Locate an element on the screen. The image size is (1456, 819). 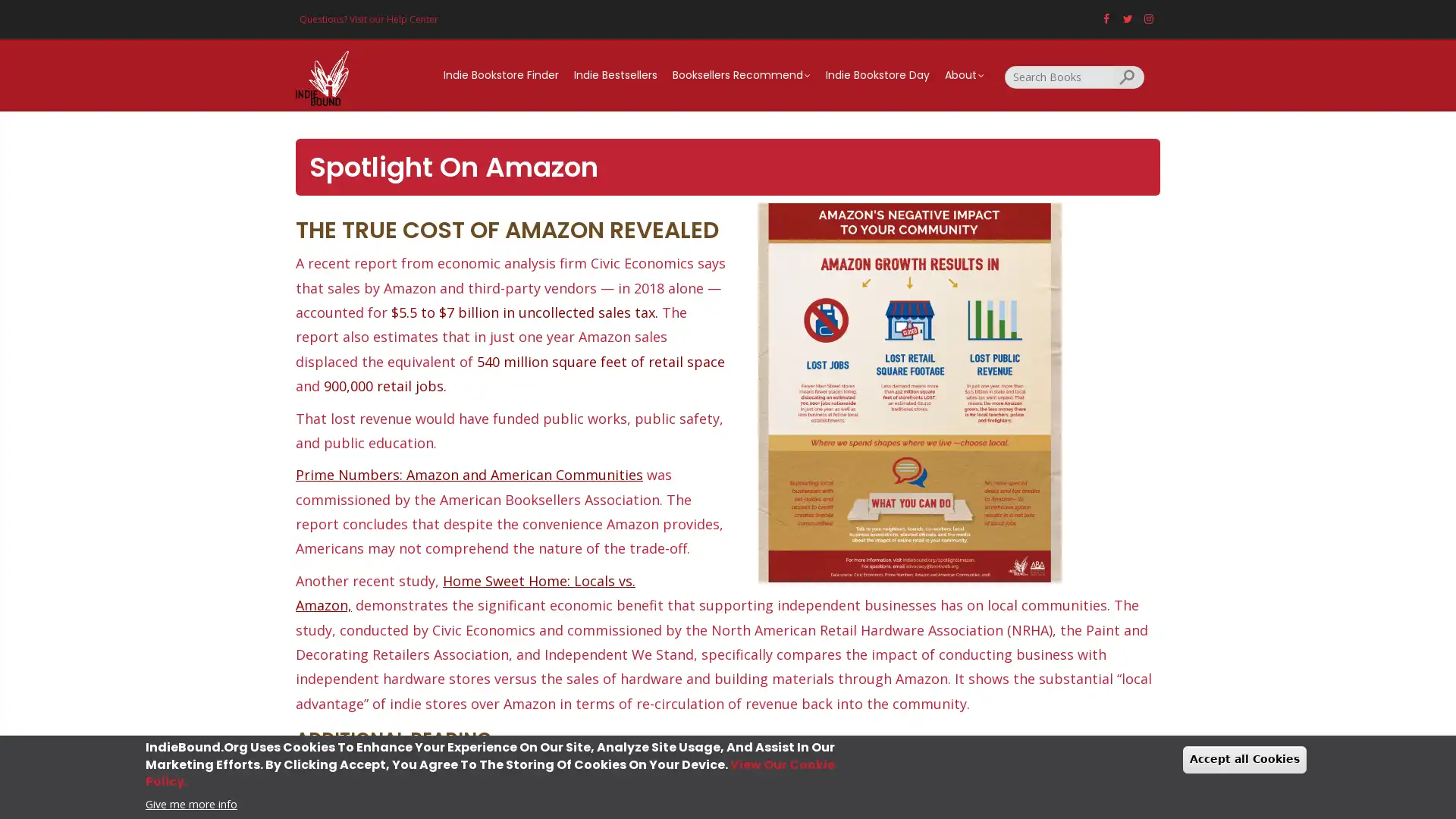
Accept all Cookies is located at coordinates (1244, 759).